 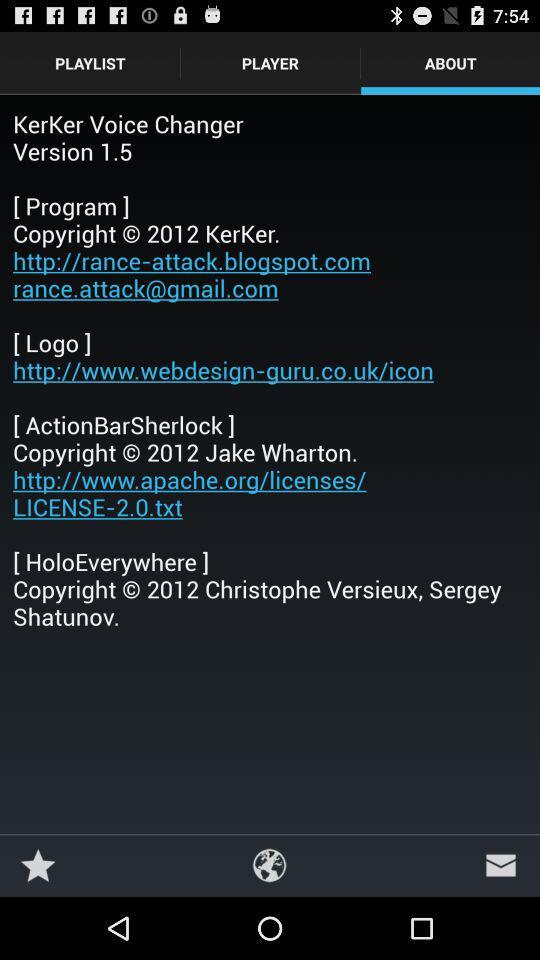 What do you see at coordinates (269, 864) in the screenshot?
I see `icon at the bottom` at bounding box center [269, 864].